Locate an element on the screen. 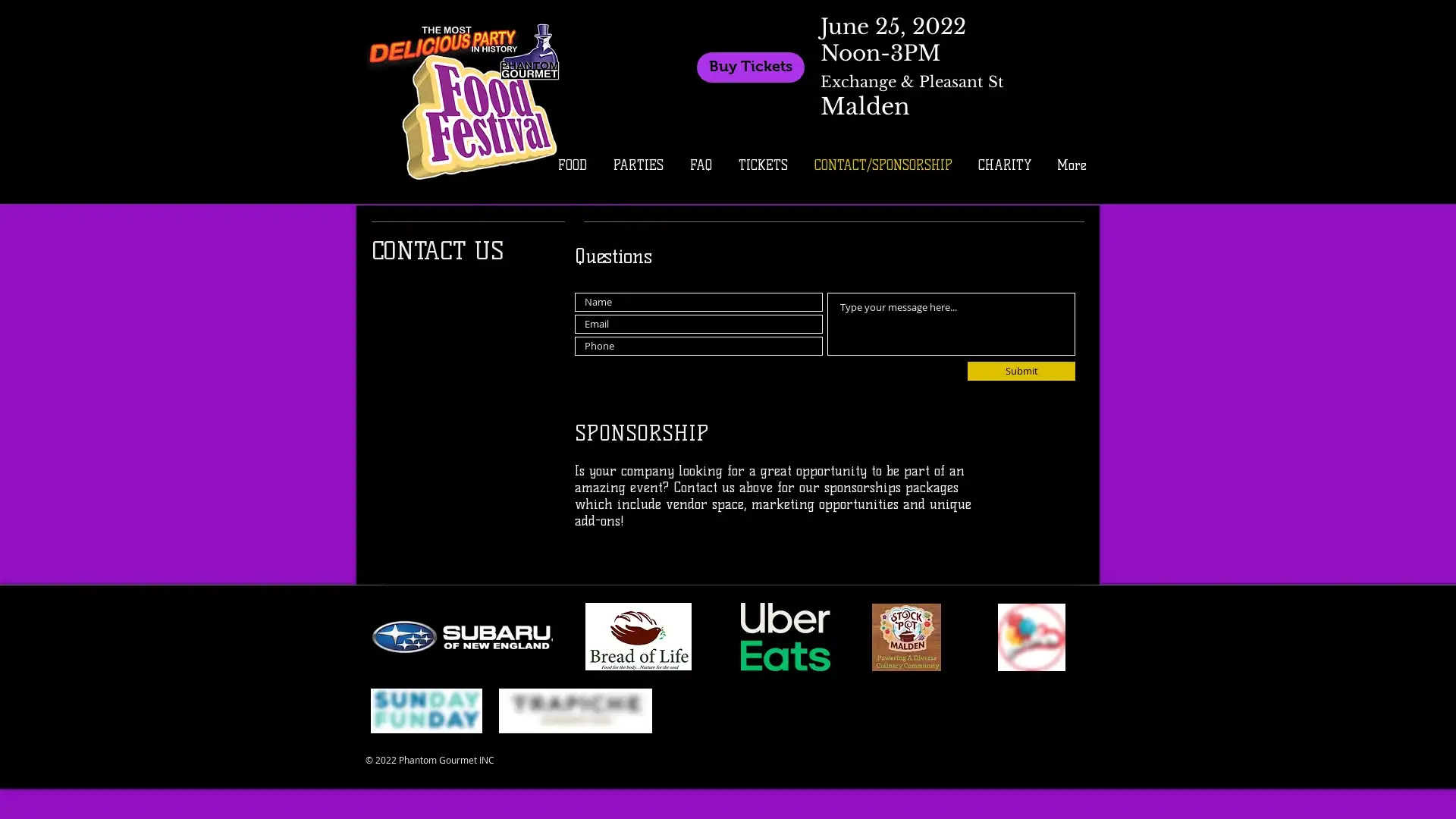  Submit is located at coordinates (1021, 371).